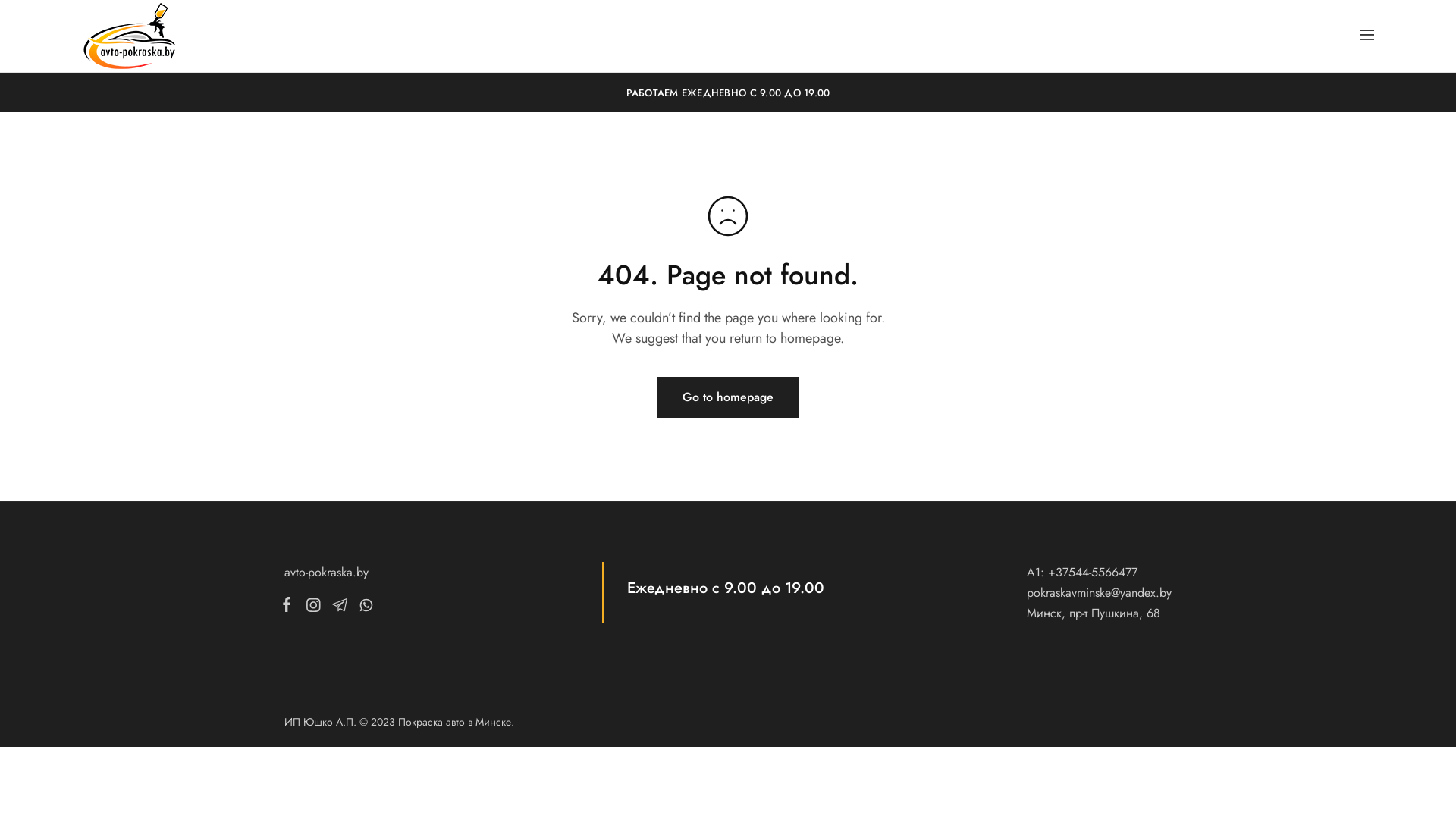 This screenshot has height=819, width=1456. Describe the element at coordinates (312, 607) in the screenshot. I see `'Instagram'` at that location.